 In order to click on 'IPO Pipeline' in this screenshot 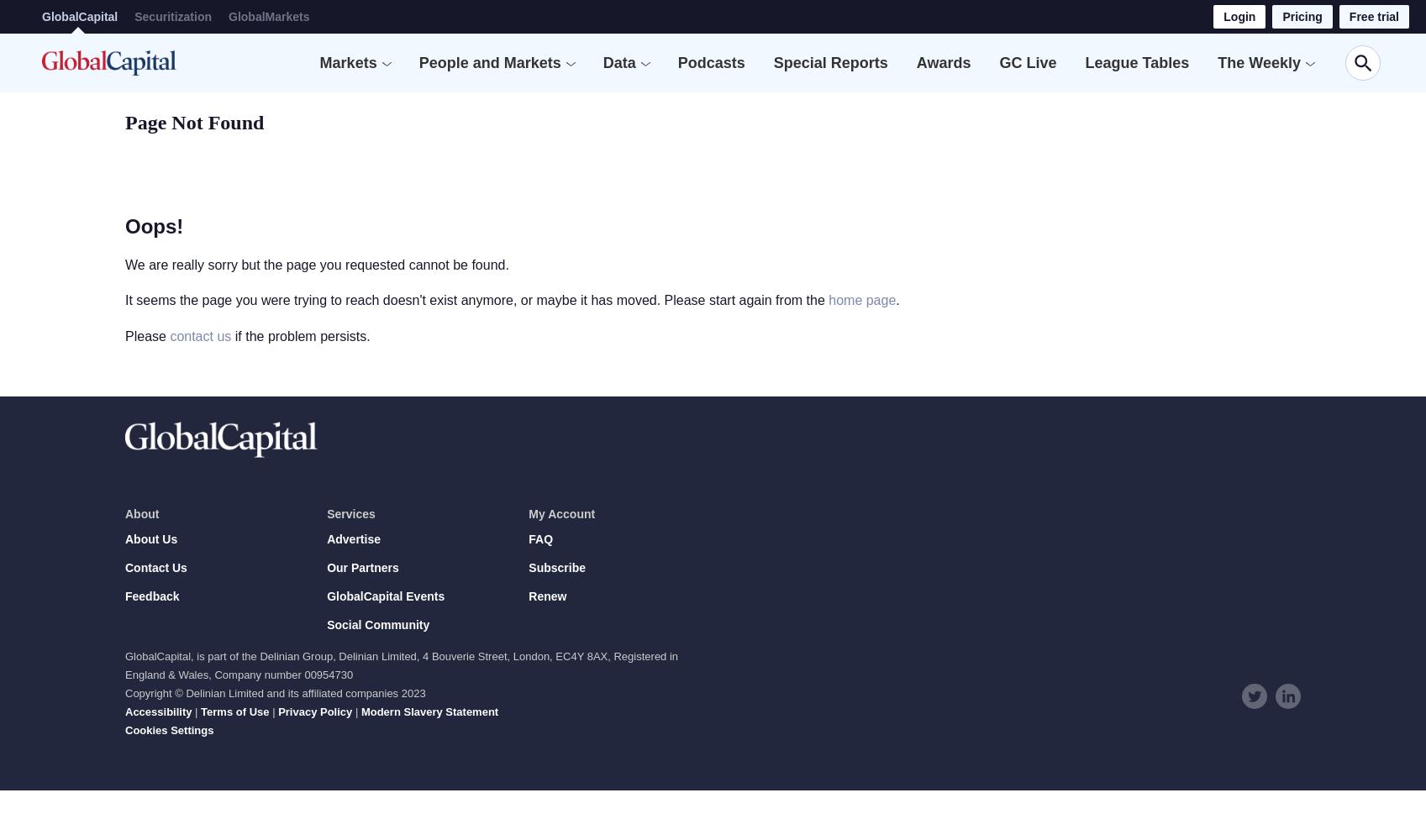, I will do `click(672, 117)`.